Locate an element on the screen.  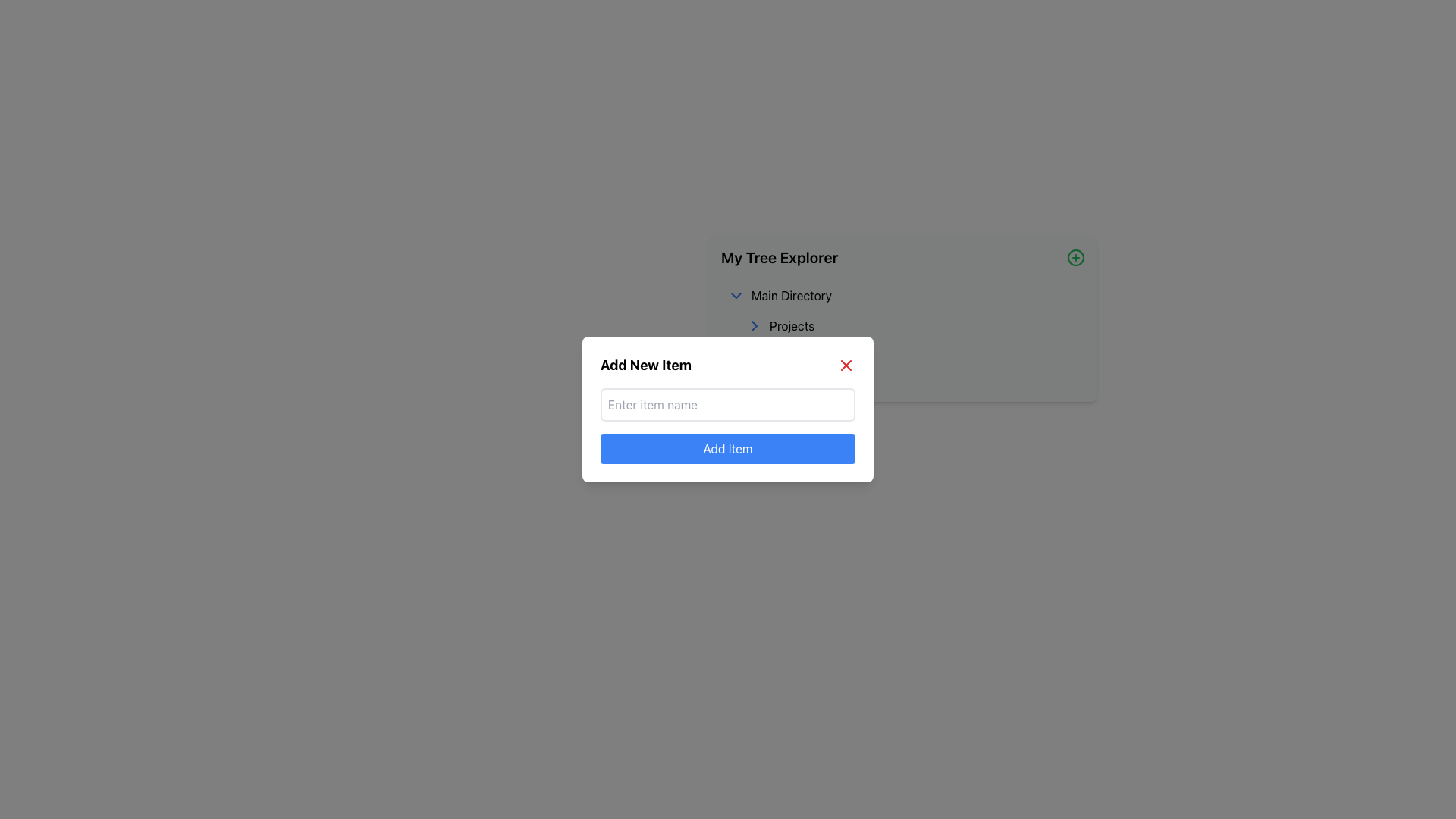
the red diagonal cross icon in the top-right corner of the 'Add New Item' popup modal is located at coordinates (846, 366).